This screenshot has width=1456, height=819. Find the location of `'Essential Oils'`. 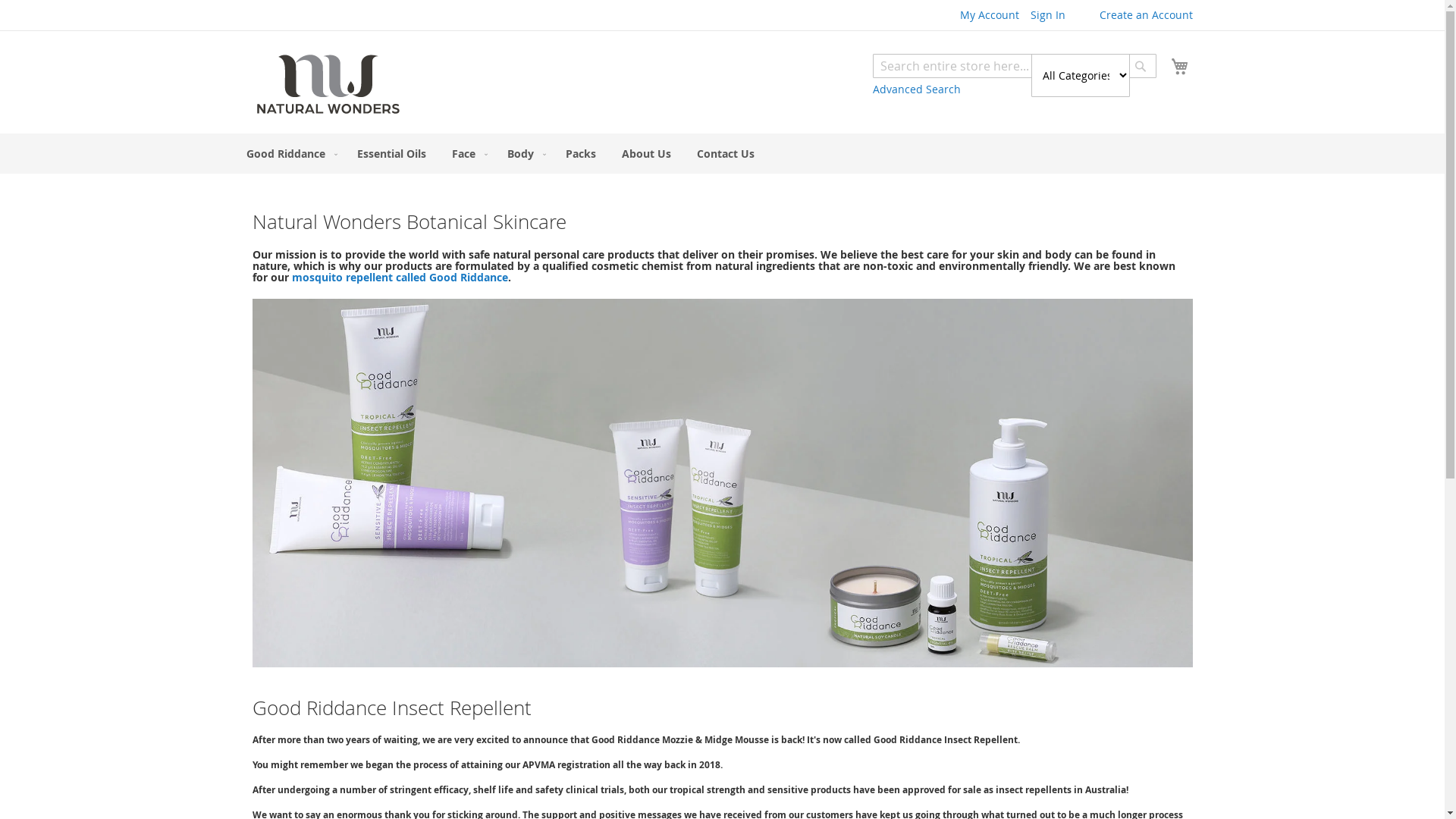

'Essential Oils' is located at coordinates (391, 153).